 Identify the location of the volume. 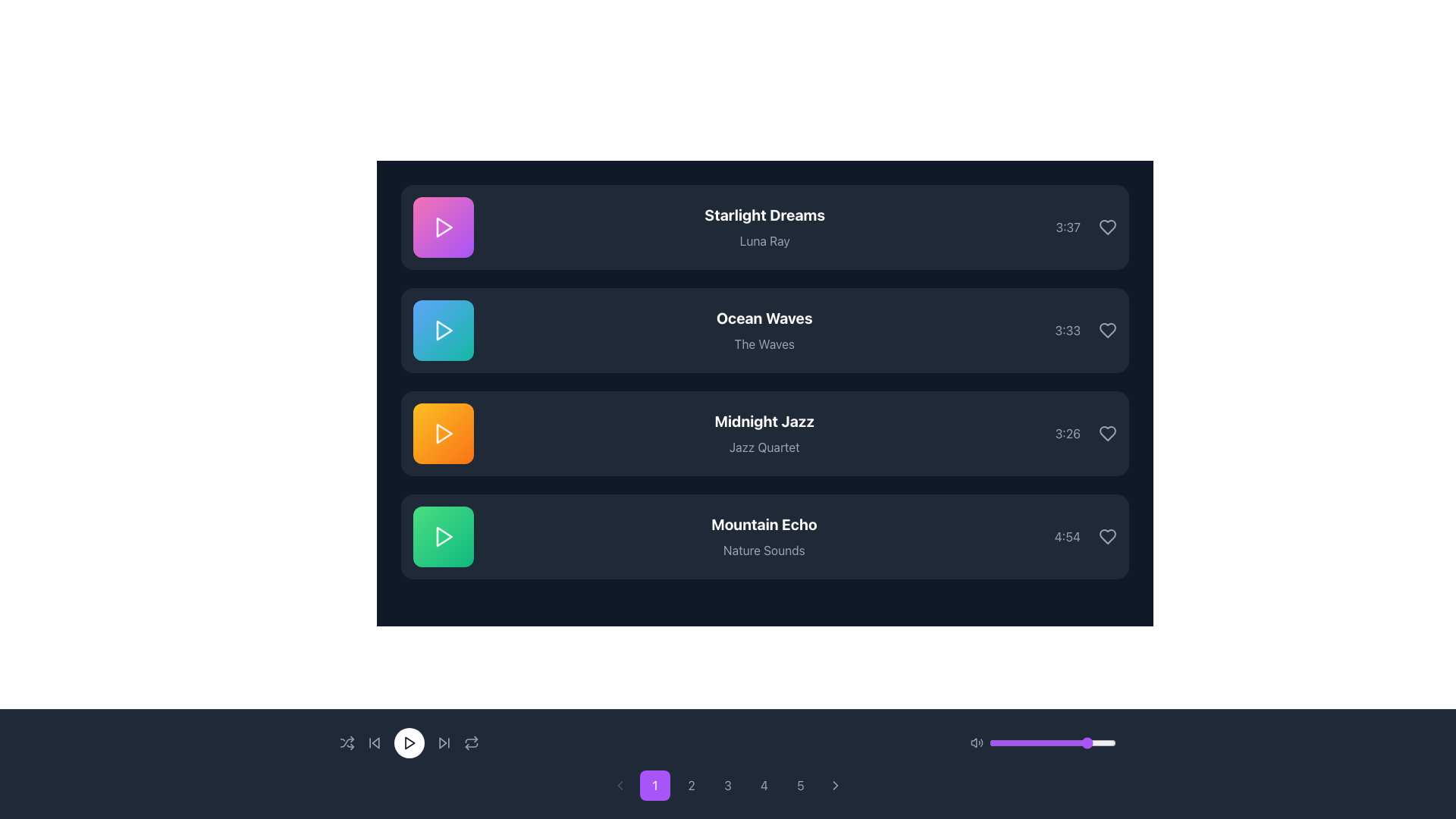
(1105, 742).